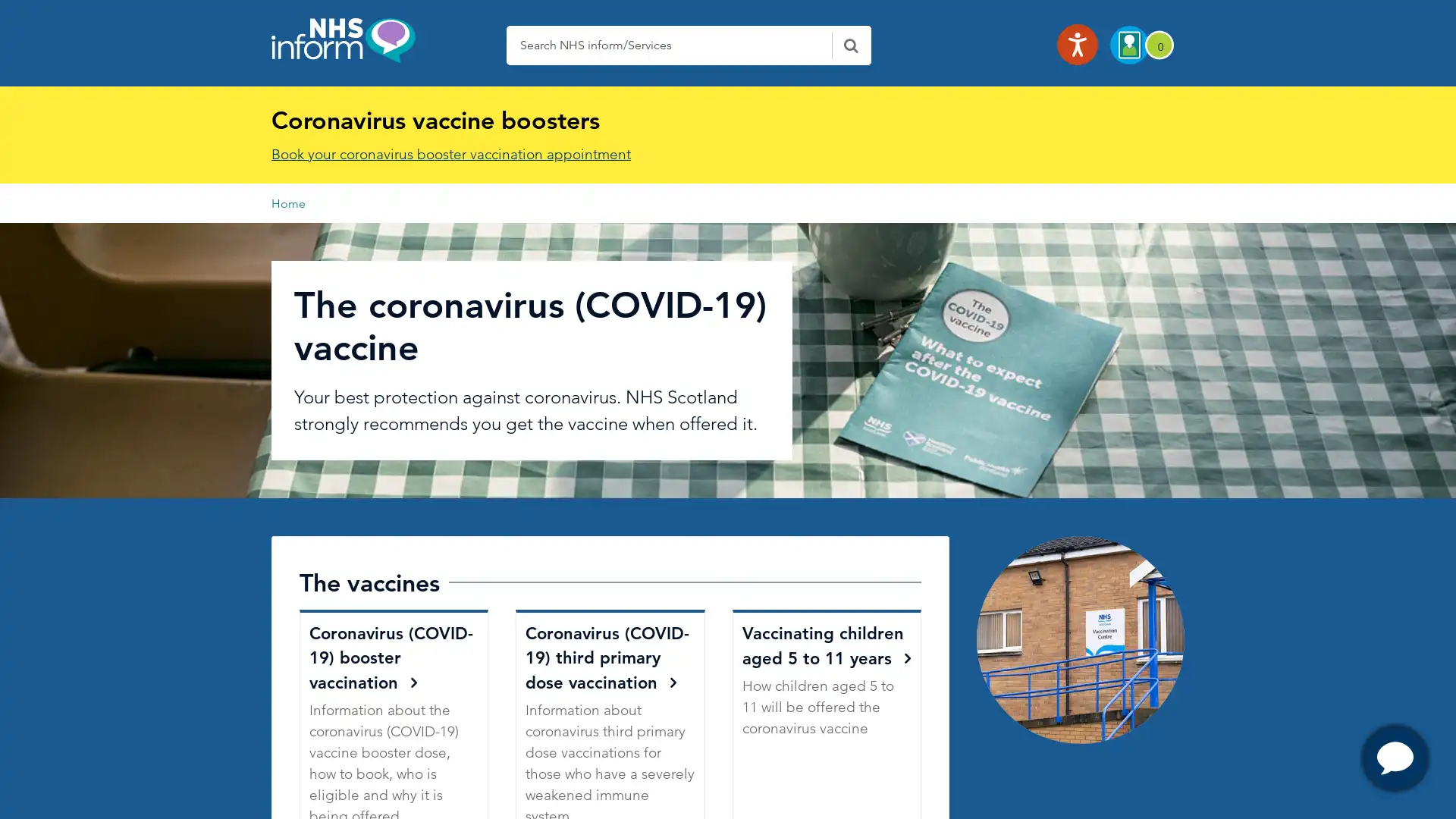 This screenshot has height=819, width=1456. Describe the element at coordinates (1076, 43) in the screenshot. I see `Listen with the ReachDeck Toolbar` at that location.